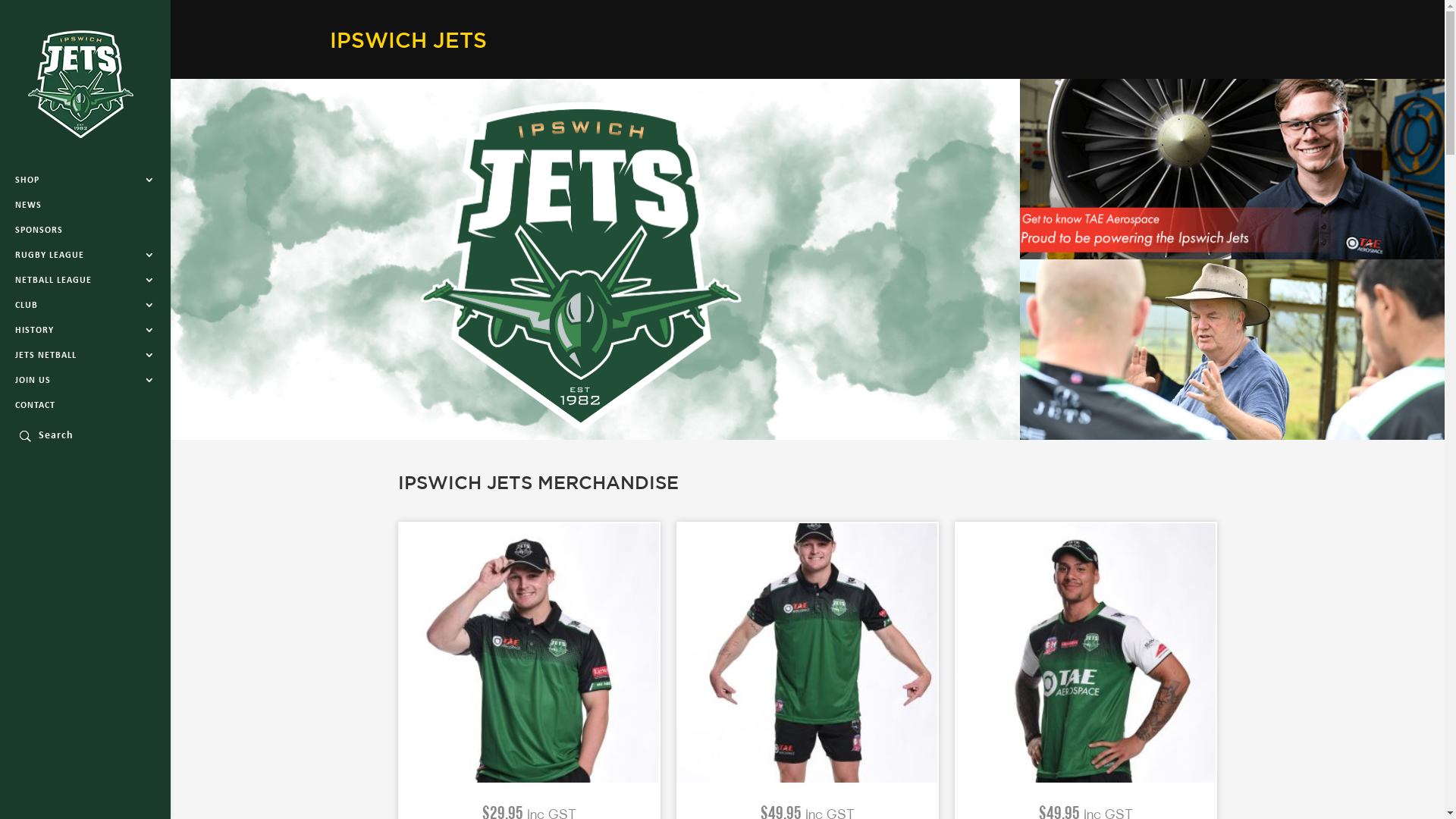 The height and width of the screenshot is (819, 1456). What do you see at coordinates (84, 356) in the screenshot?
I see `'JETS NETBALL'` at bounding box center [84, 356].